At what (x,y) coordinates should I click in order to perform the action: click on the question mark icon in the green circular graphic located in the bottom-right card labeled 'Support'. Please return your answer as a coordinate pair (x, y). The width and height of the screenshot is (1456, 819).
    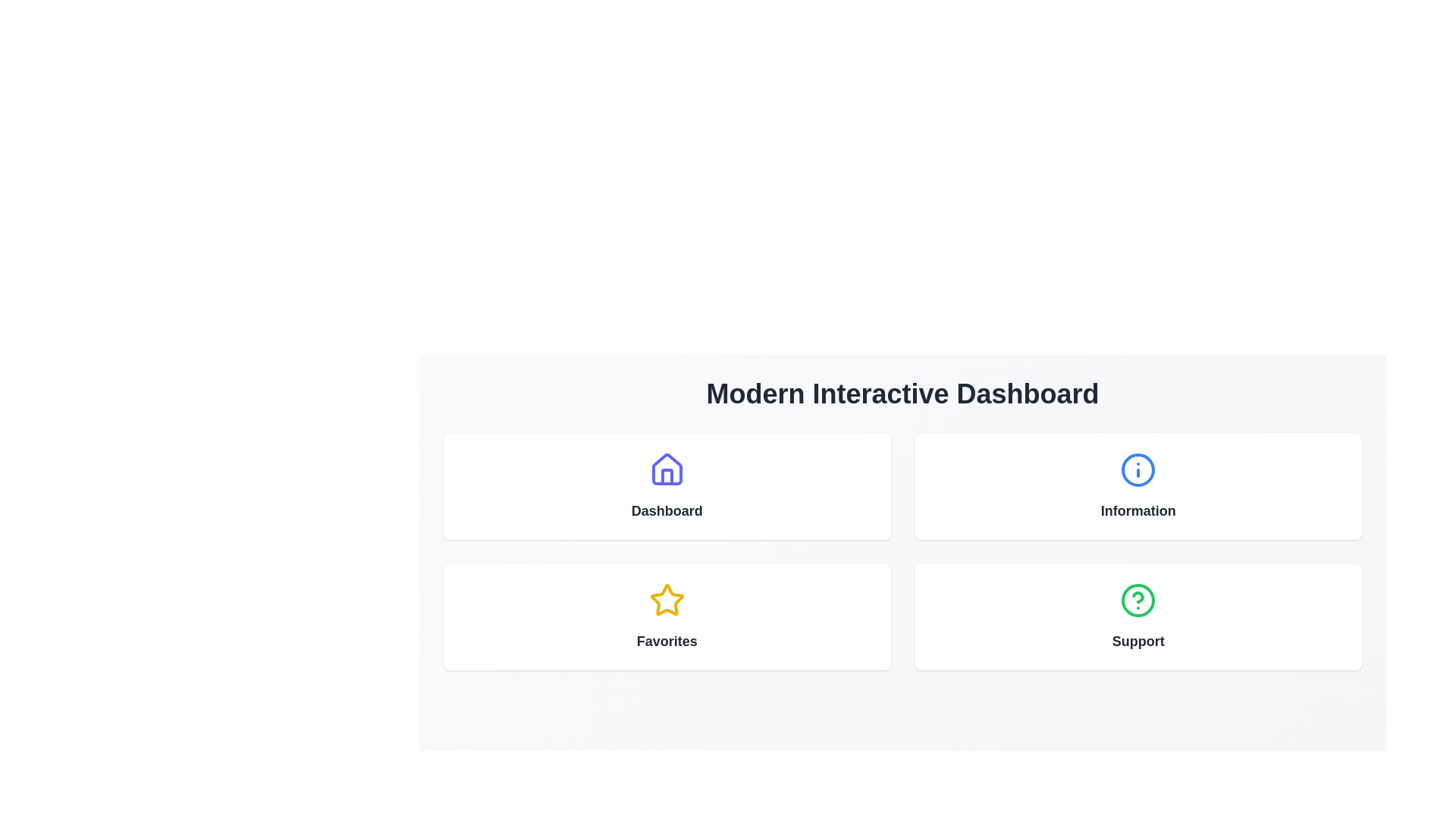
    Looking at the image, I should click on (1138, 596).